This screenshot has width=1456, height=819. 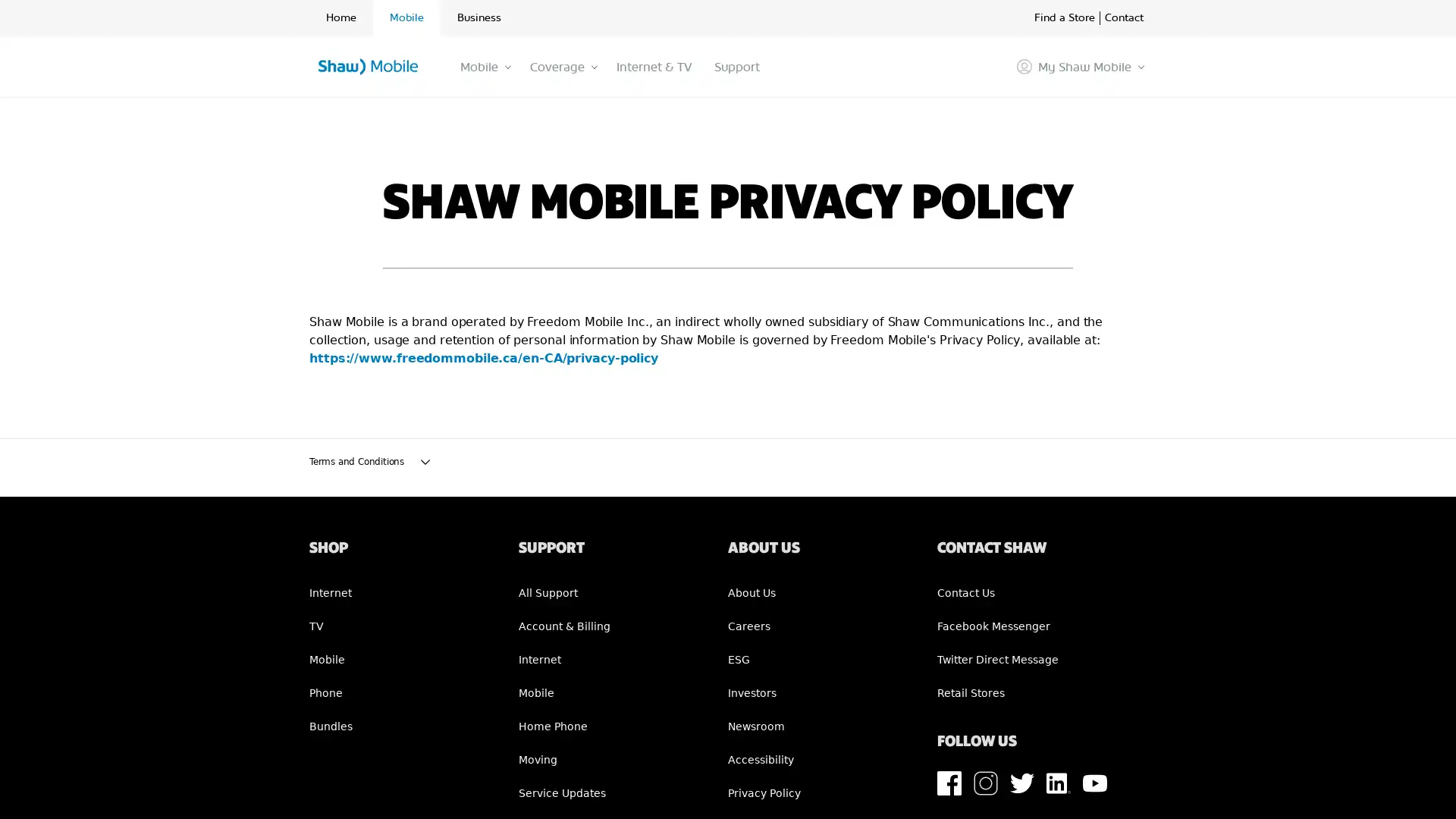 What do you see at coordinates (728, 461) in the screenshot?
I see `Terms and Conditions` at bounding box center [728, 461].